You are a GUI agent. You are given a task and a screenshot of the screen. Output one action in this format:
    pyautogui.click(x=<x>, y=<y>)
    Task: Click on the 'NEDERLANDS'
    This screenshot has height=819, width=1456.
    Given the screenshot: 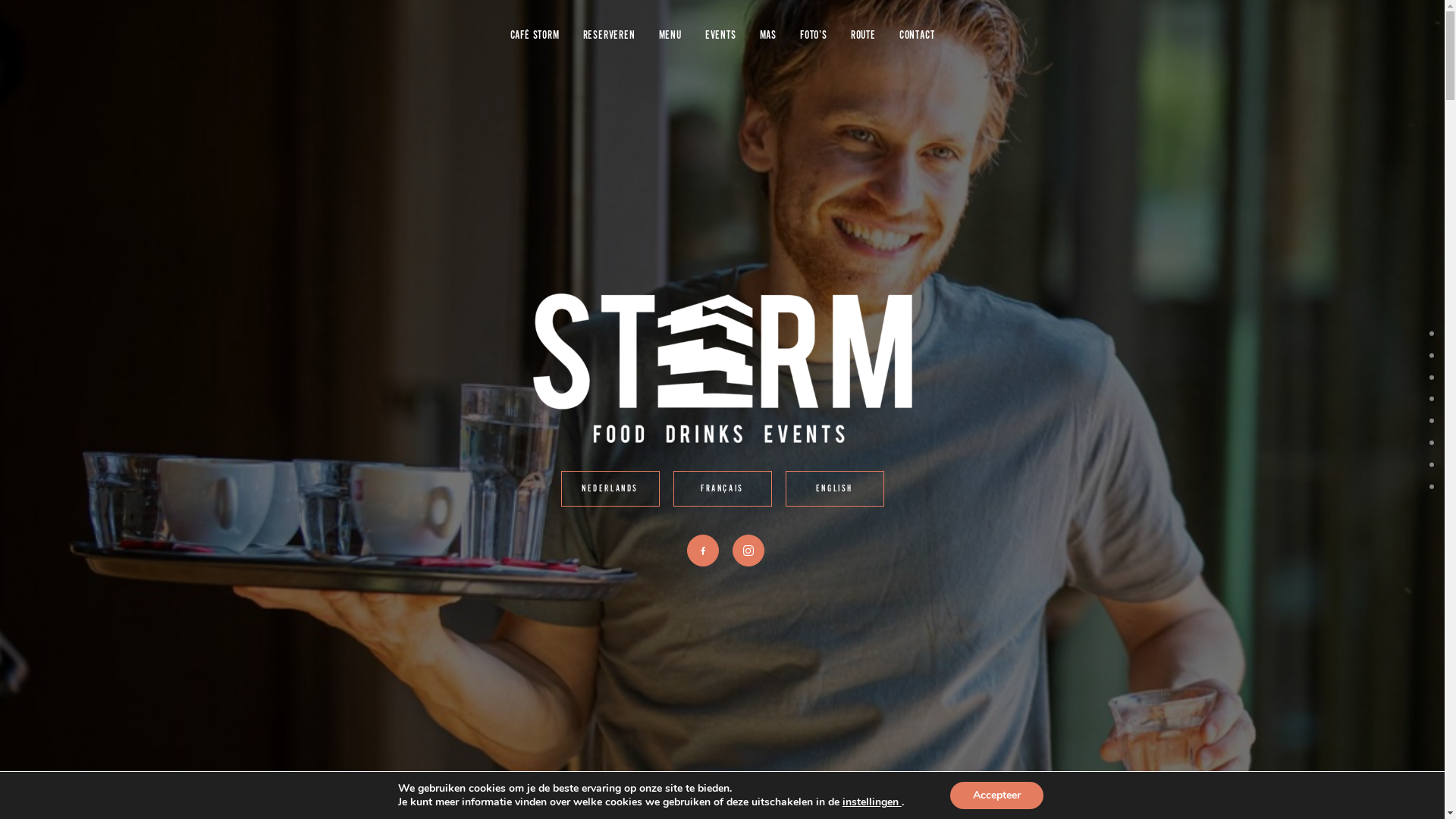 What is the action you would take?
    pyautogui.click(x=610, y=488)
    